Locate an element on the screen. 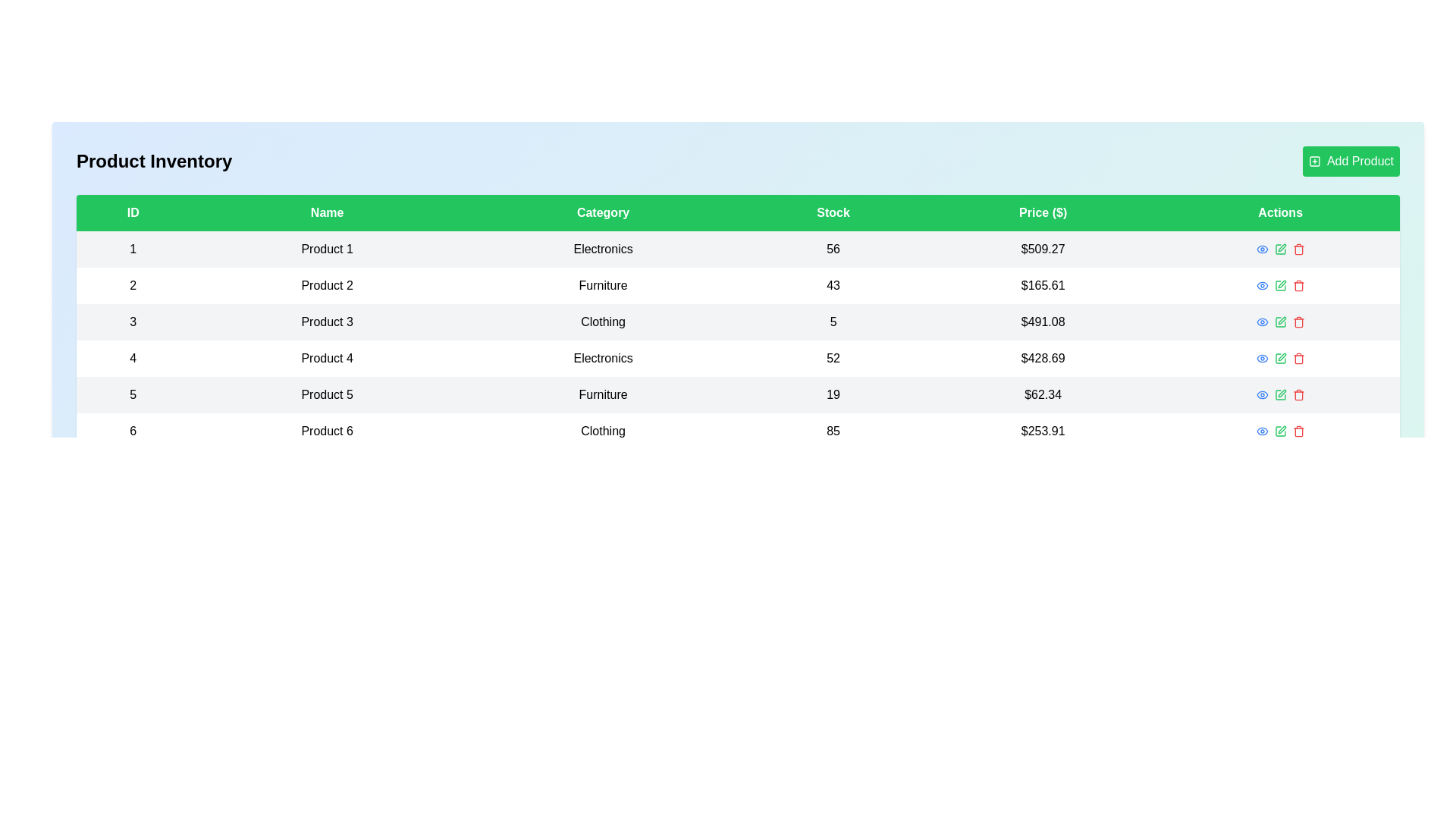  the column header to sort the table by ID is located at coordinates (133, 213).